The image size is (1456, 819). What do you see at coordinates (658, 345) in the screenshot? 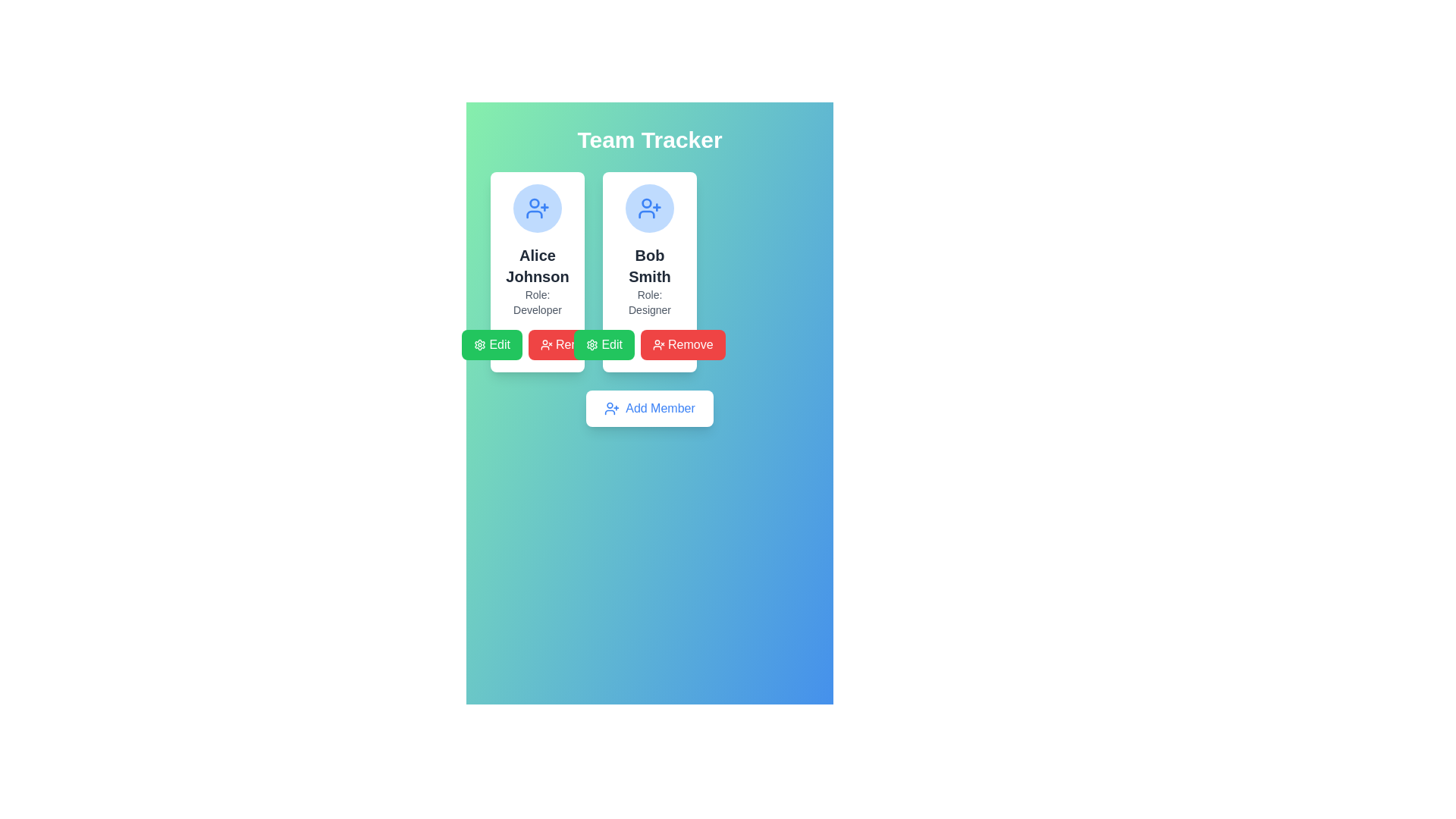
I see `the red user profile icon with a small 'X' next to it within the 'Remove' button to initiate the removal action` at bounding box center [658, 345].